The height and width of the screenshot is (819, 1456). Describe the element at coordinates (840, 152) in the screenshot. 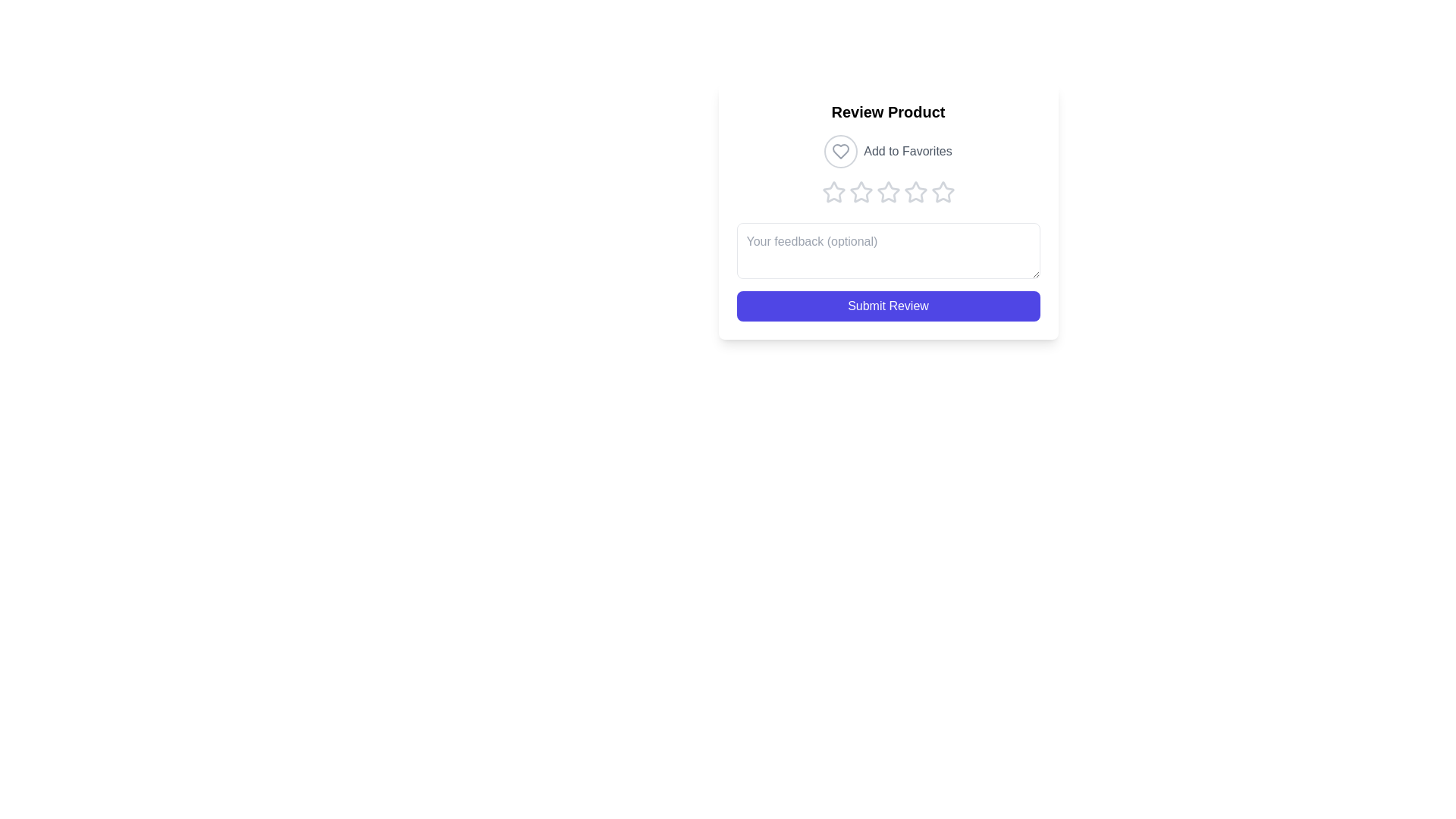

I see `the heart-shaped icon representing the 'Add` at that location.